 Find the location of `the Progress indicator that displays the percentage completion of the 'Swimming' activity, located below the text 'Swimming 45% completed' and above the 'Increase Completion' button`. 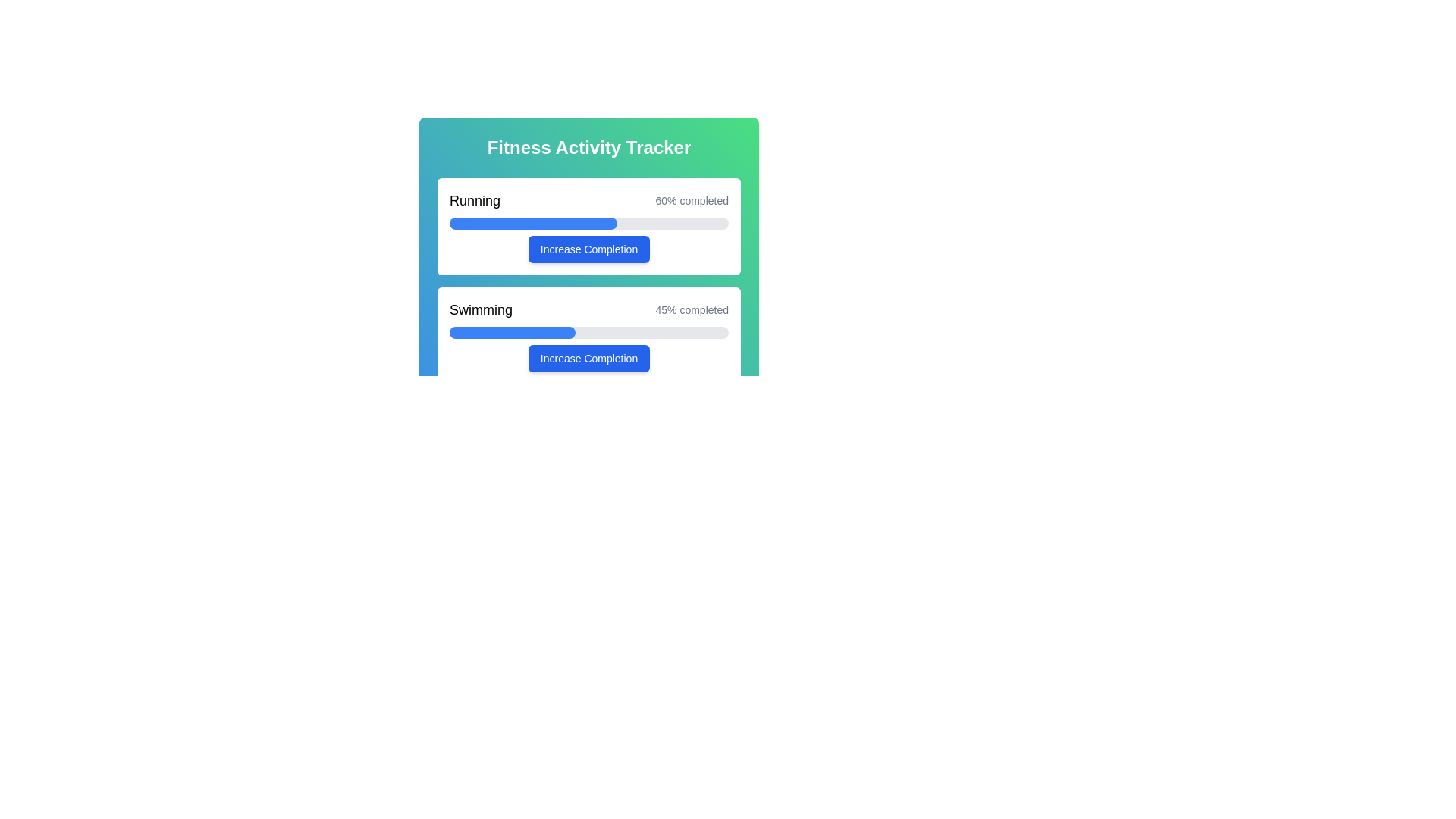

the Progress indicator that displays the percentage completion of the 'Swimming' activity, located below the text 'Swimming 45% completed' and above the 'Increase Completion' button is located at coordinates (588, 332).